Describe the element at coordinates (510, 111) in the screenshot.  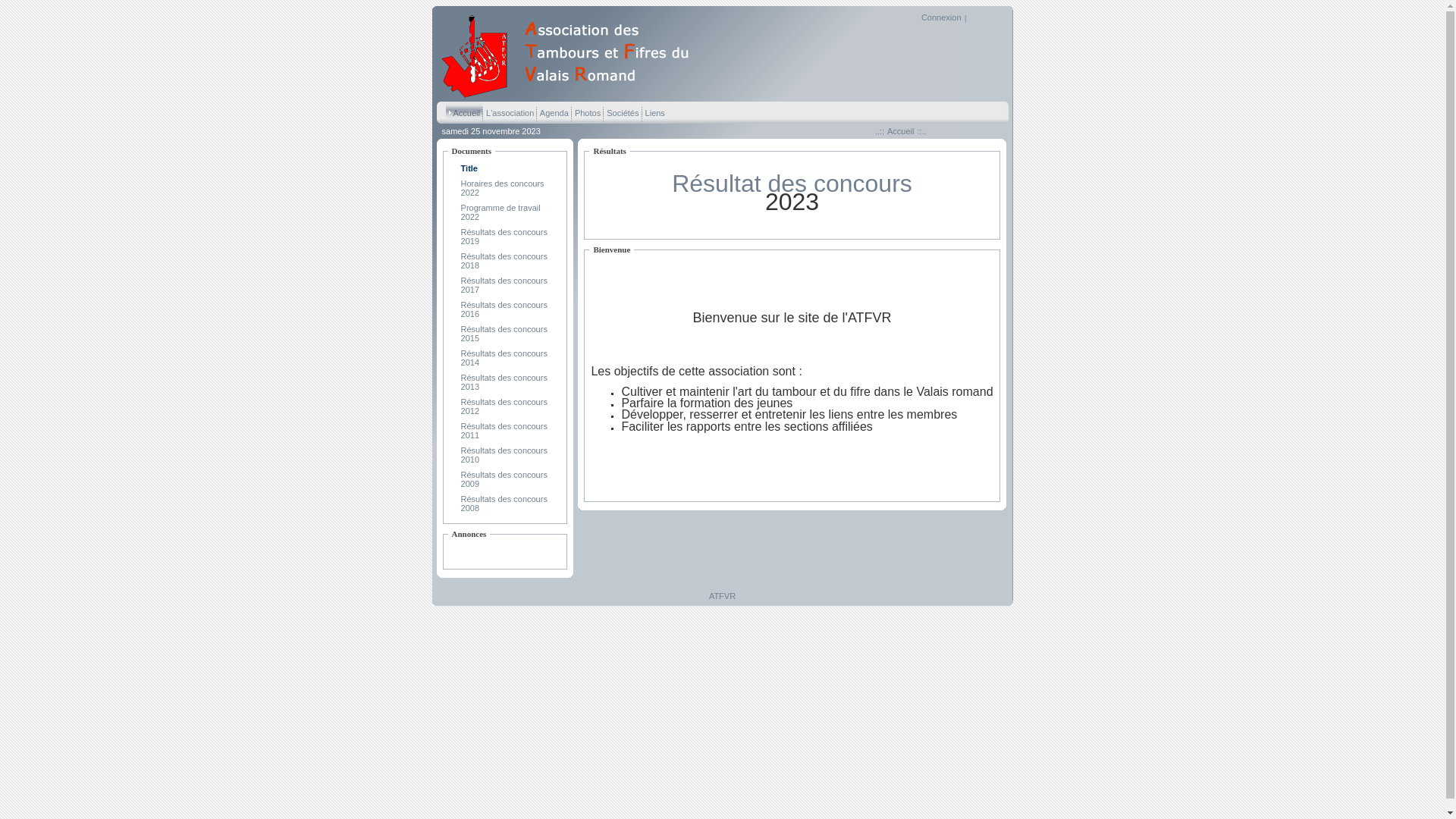
I see `' L'association '` at that location.